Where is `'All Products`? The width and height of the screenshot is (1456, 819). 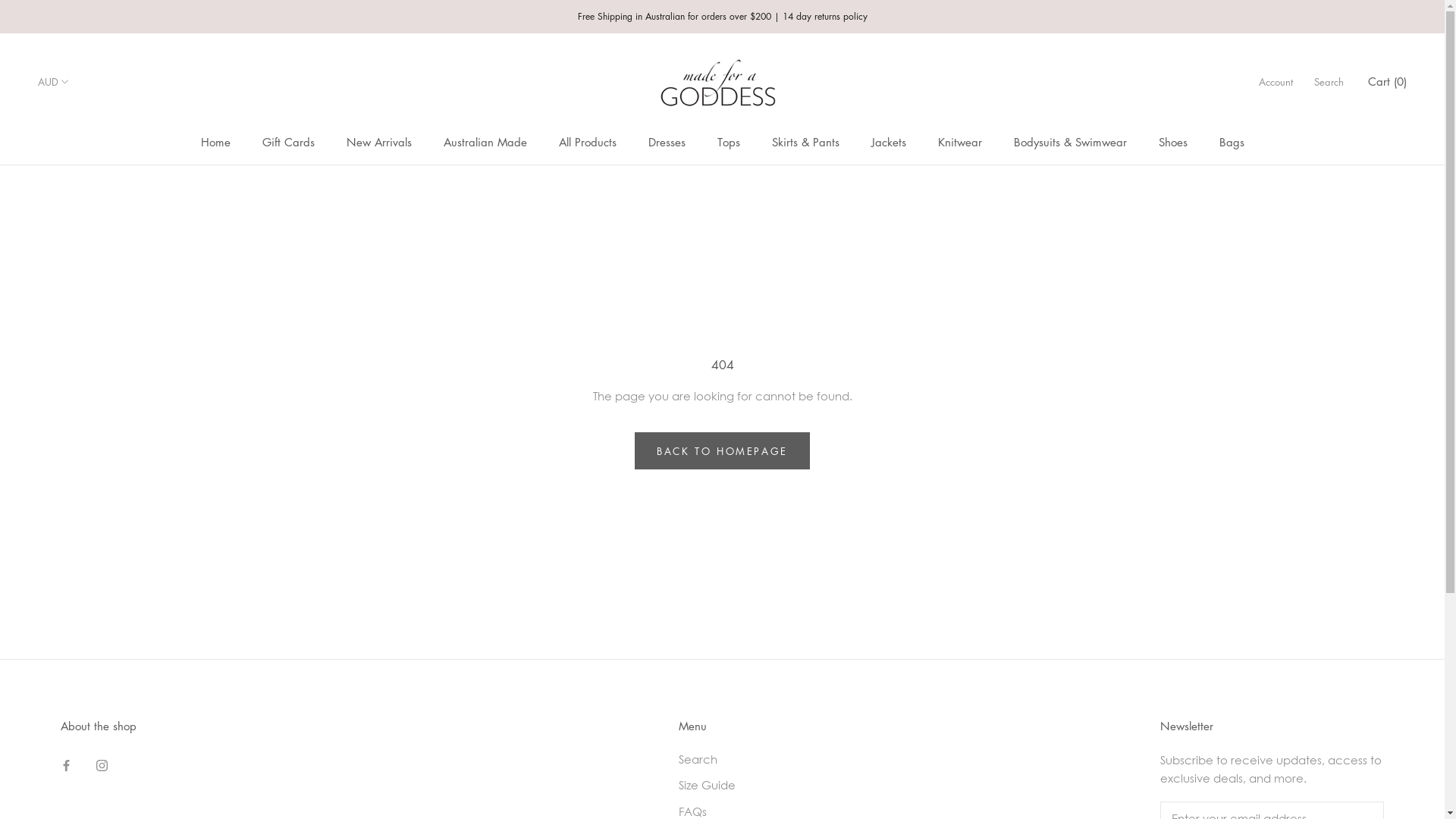
'All Products is located at coordinates (557, 141).